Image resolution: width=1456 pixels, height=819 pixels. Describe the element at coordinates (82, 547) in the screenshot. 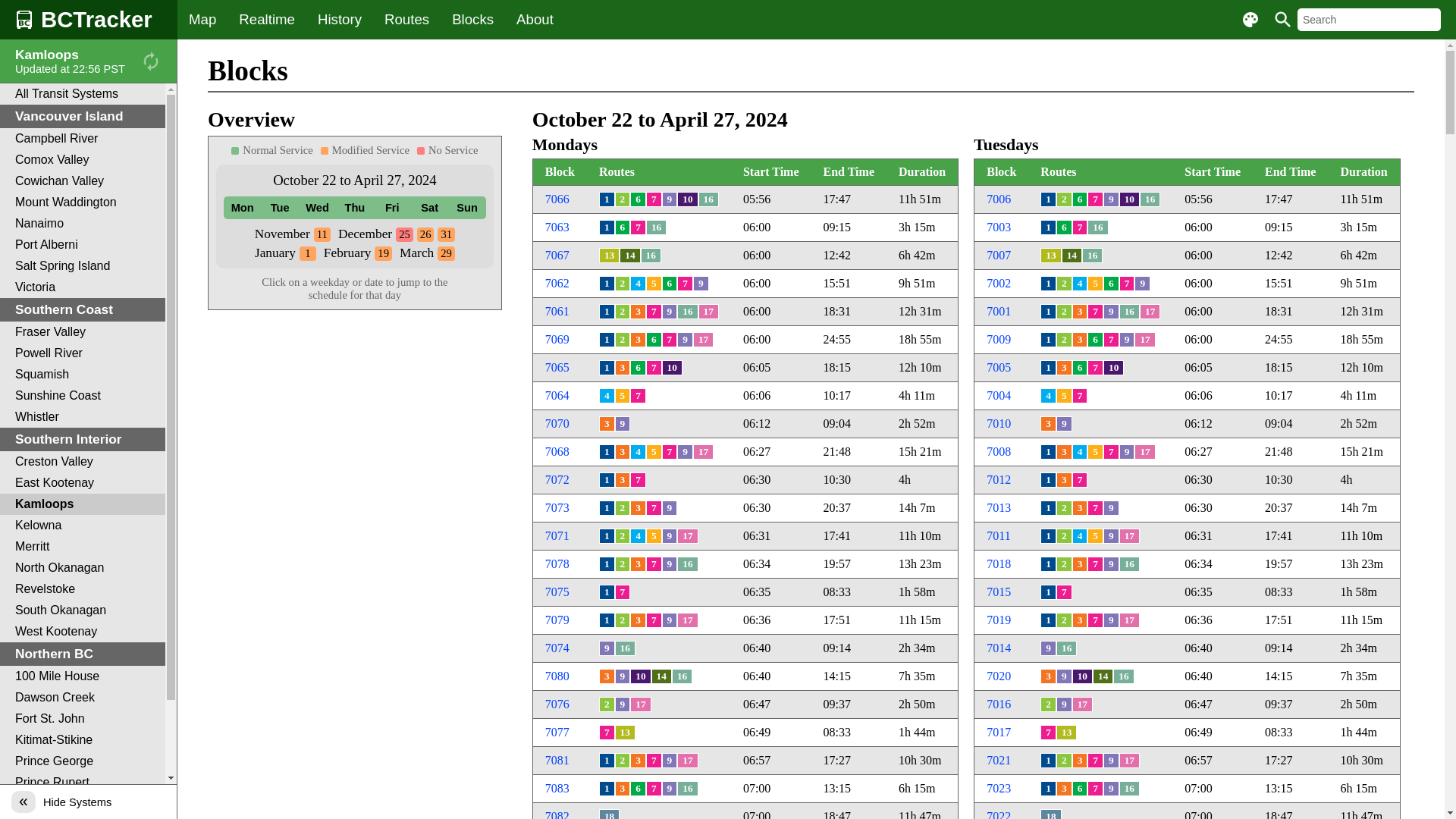

I see `'Merritt'` at that location.